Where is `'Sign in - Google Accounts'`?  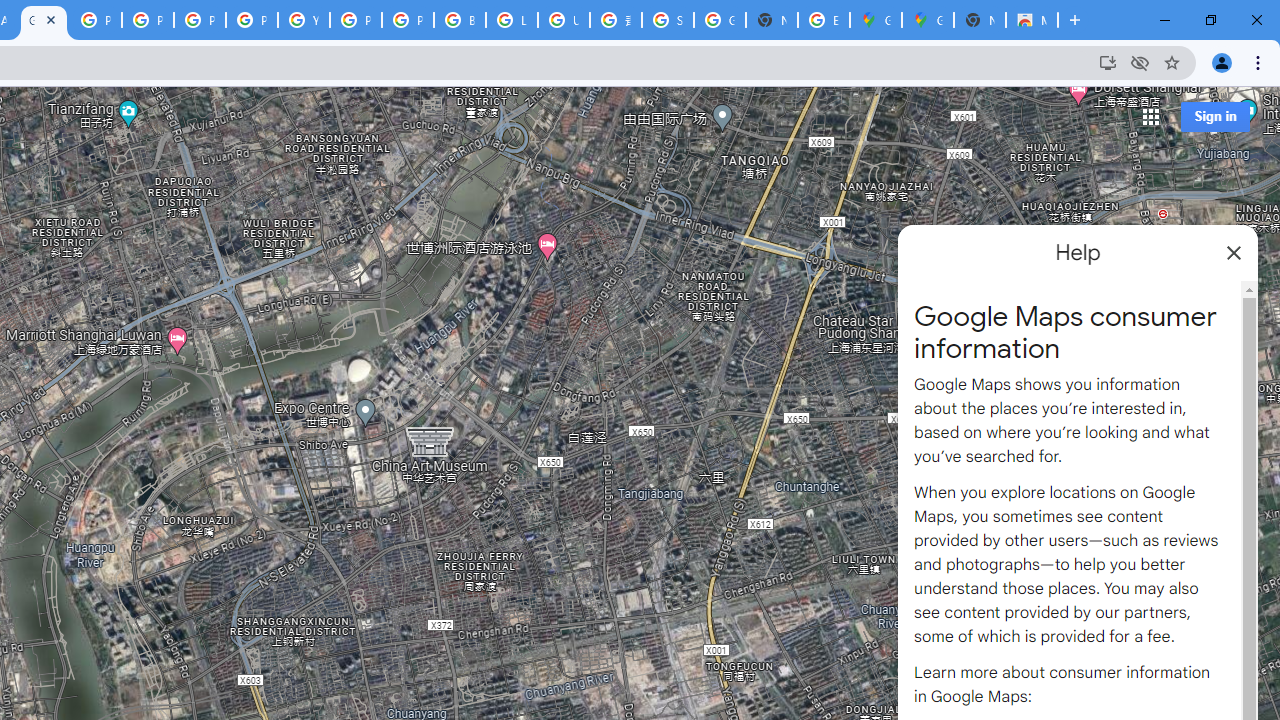
'Sign in - Google Accounts' is located at coordinates (668, 20).